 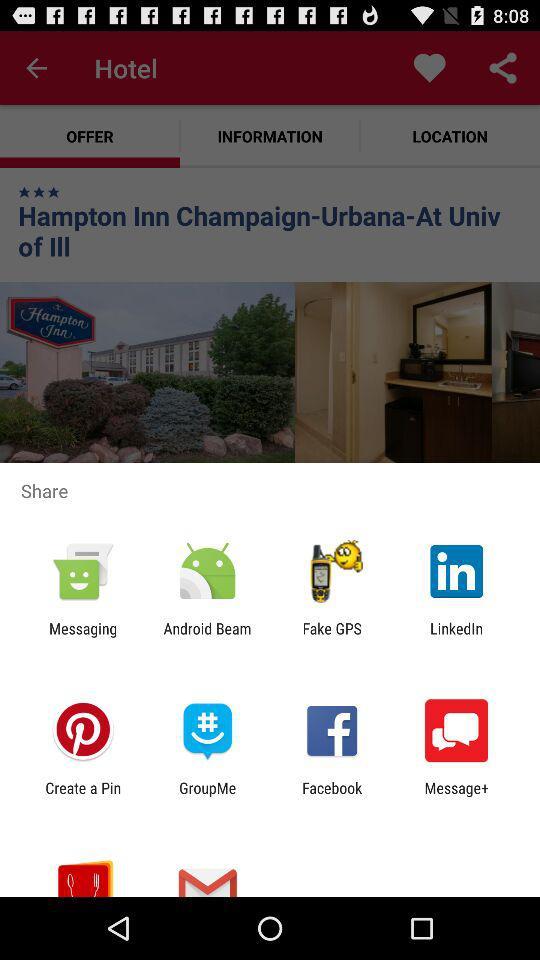 I want to click on the create a pin app, so click(x=82, y=796).